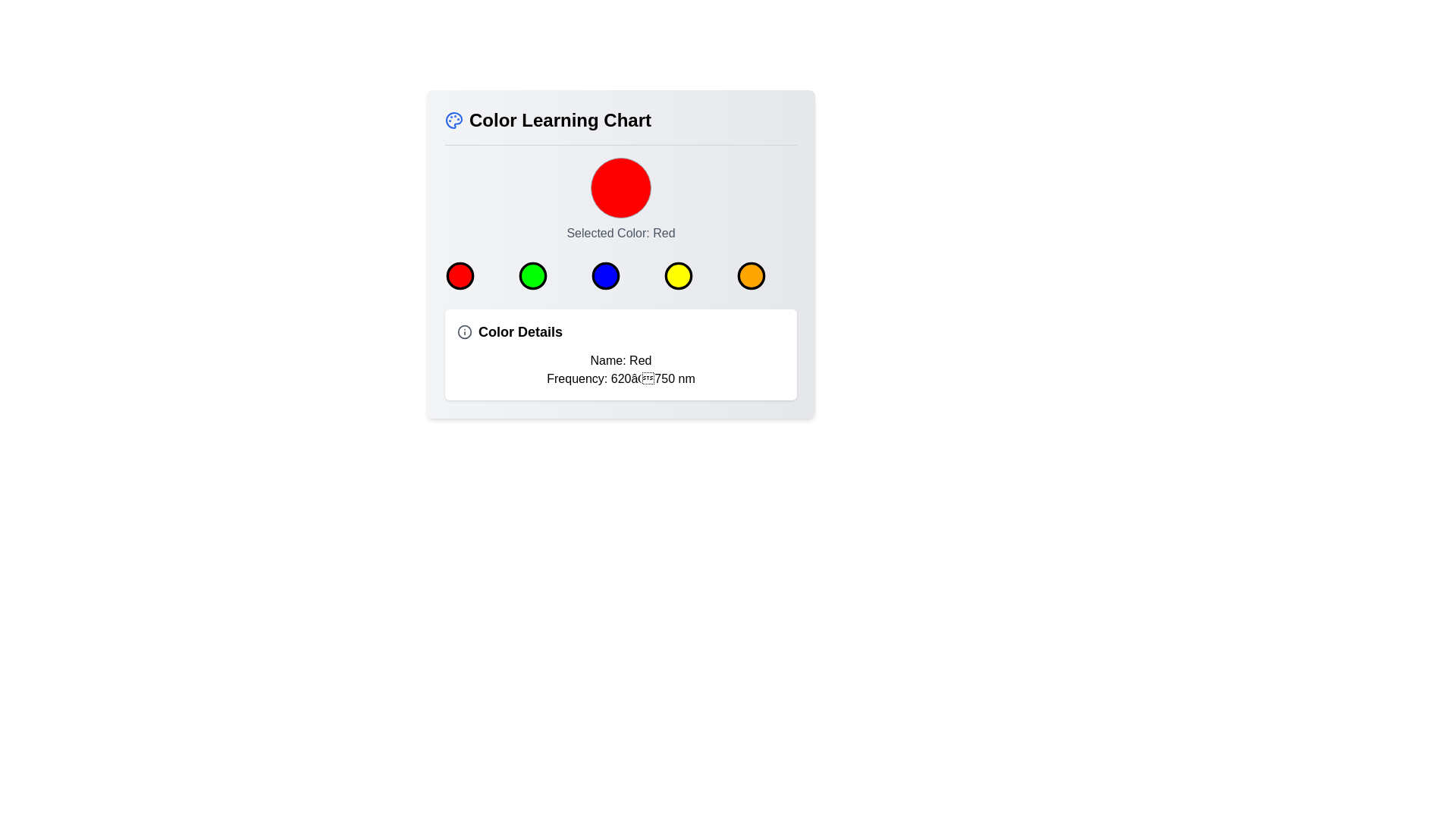 This screenshot has height=819, width=1456. What do you see at coordinates (532, 275) in the screenshot?
I see `the circular green icon` at bounding box center [532, 275].